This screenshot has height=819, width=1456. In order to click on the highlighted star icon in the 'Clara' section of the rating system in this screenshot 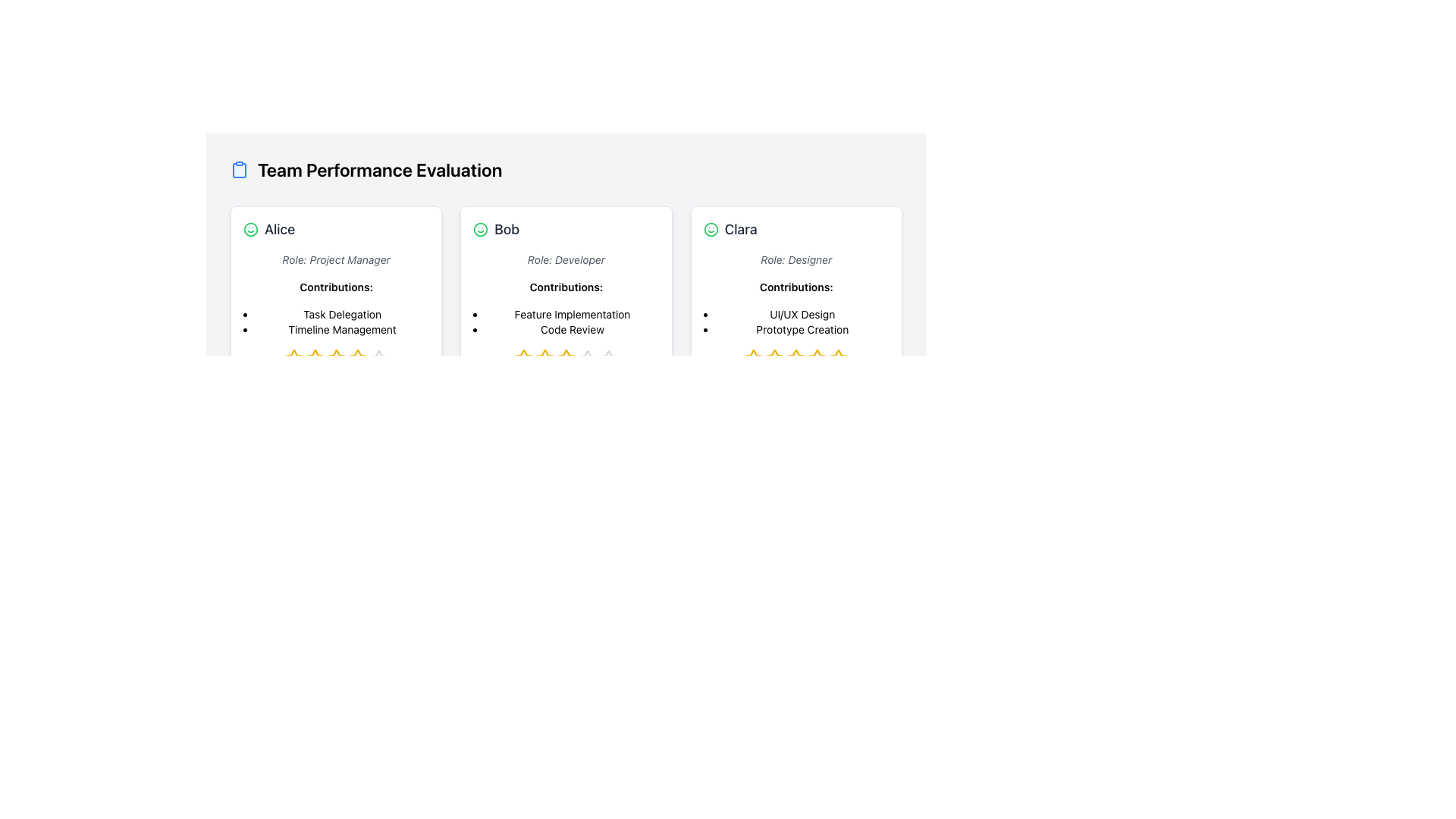, I will do `click(754, 358)`.